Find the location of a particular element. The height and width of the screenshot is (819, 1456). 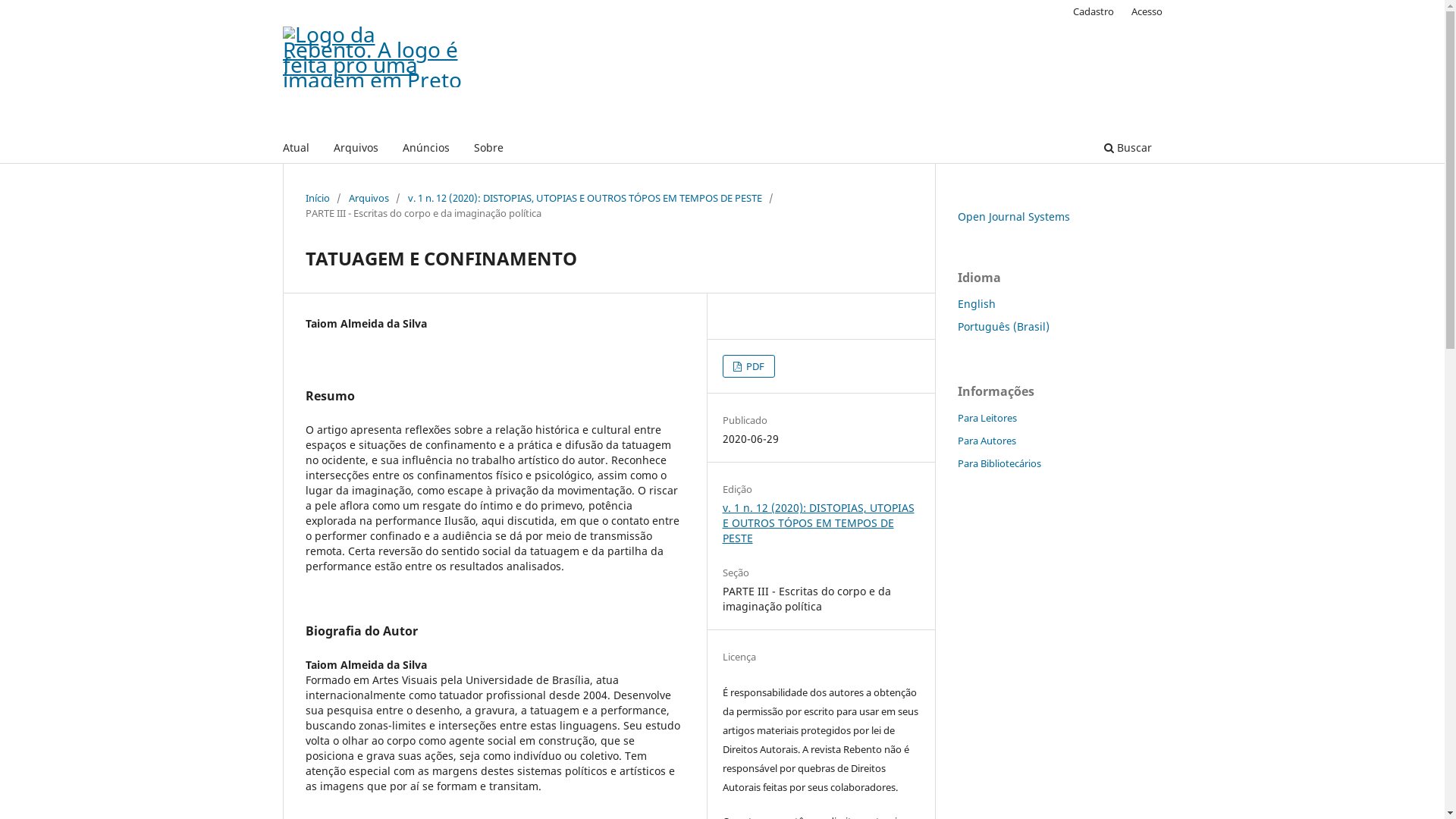

'Cadastro' is located at coordinates (1065, 11).